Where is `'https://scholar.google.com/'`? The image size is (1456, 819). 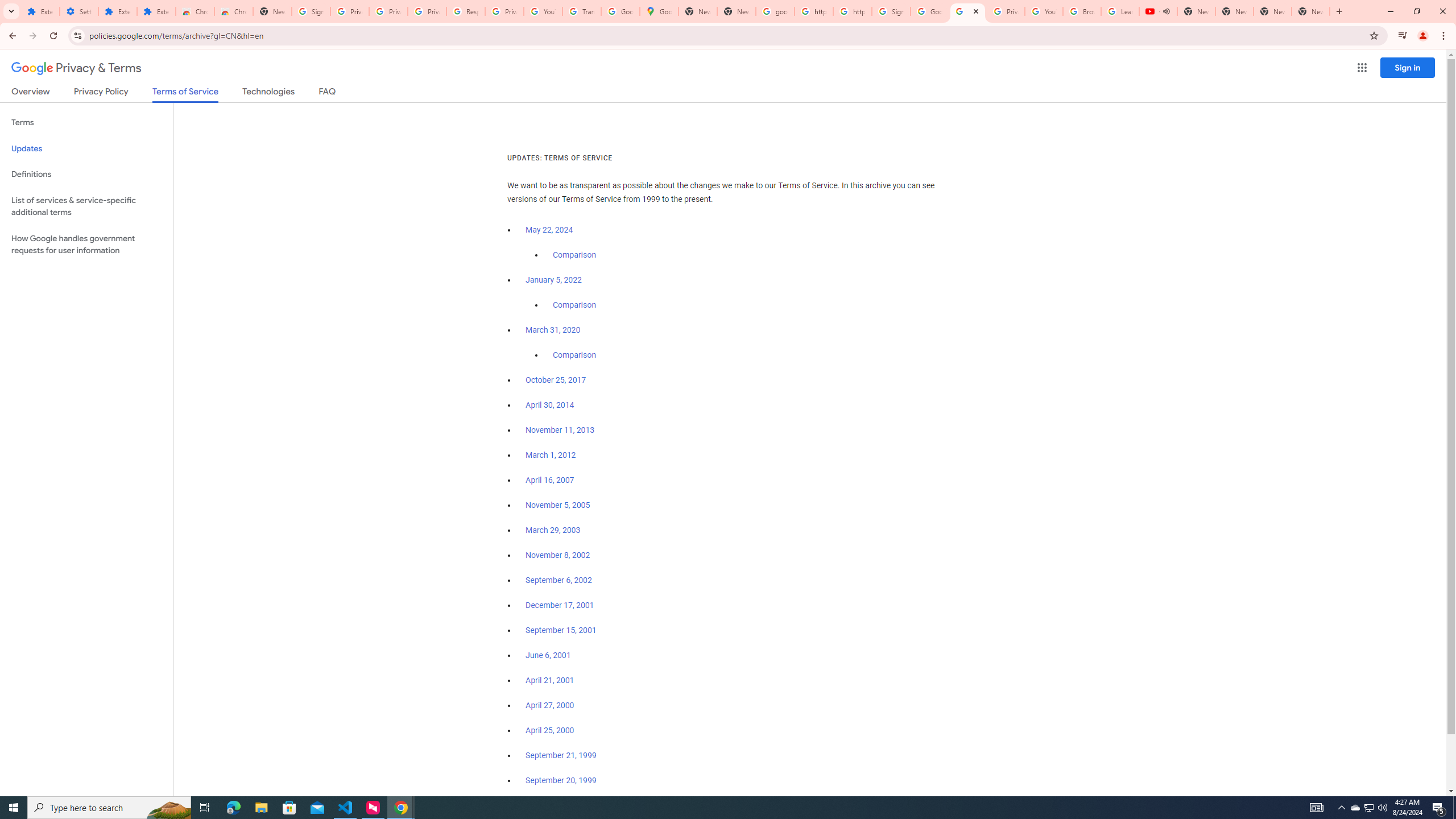 'https://scholar.google.com/' is located at coordinates (851, 11).